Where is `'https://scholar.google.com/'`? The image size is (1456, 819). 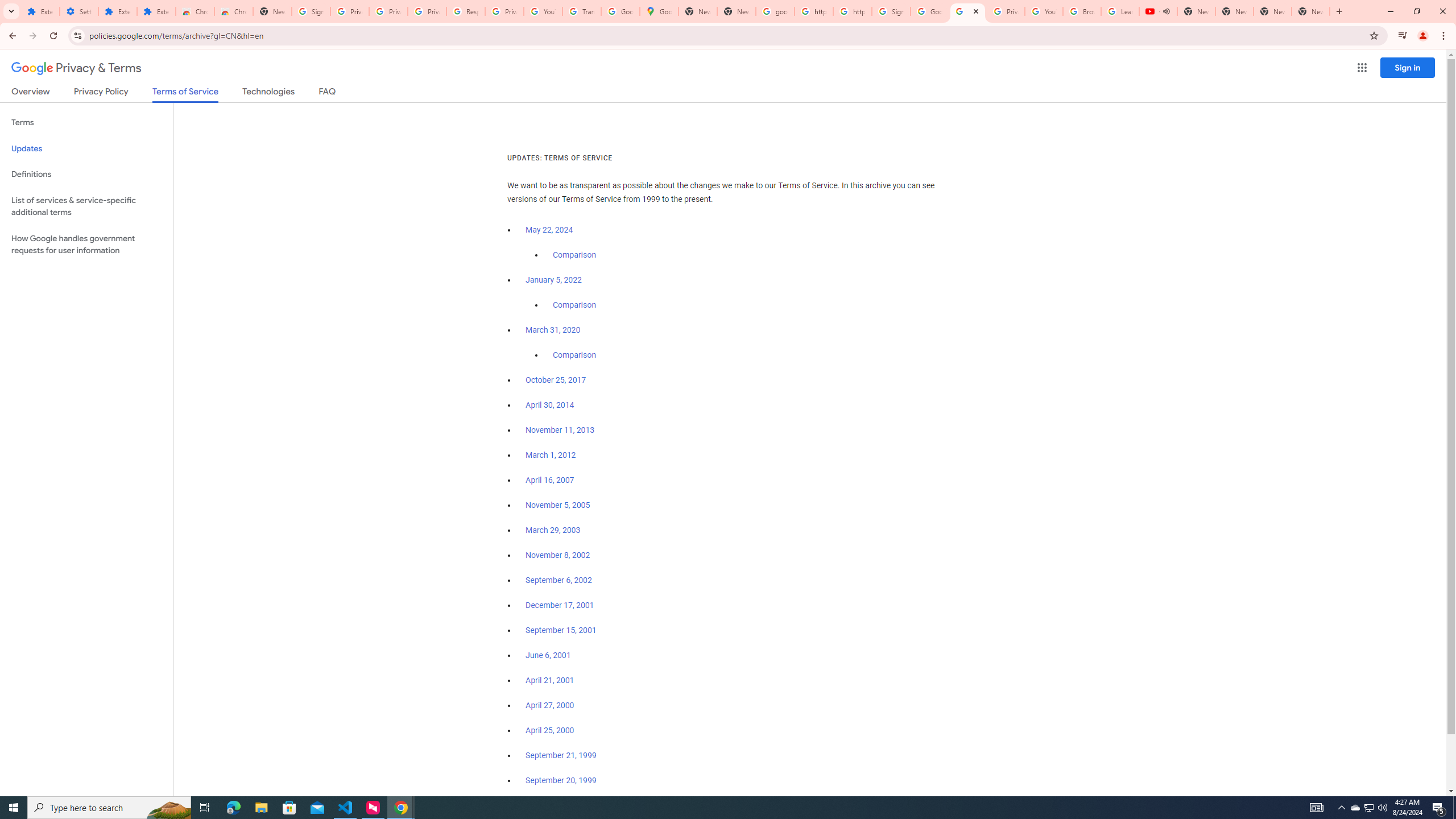 'https://scholar.google.com/' is located at coordinates (851, 11).